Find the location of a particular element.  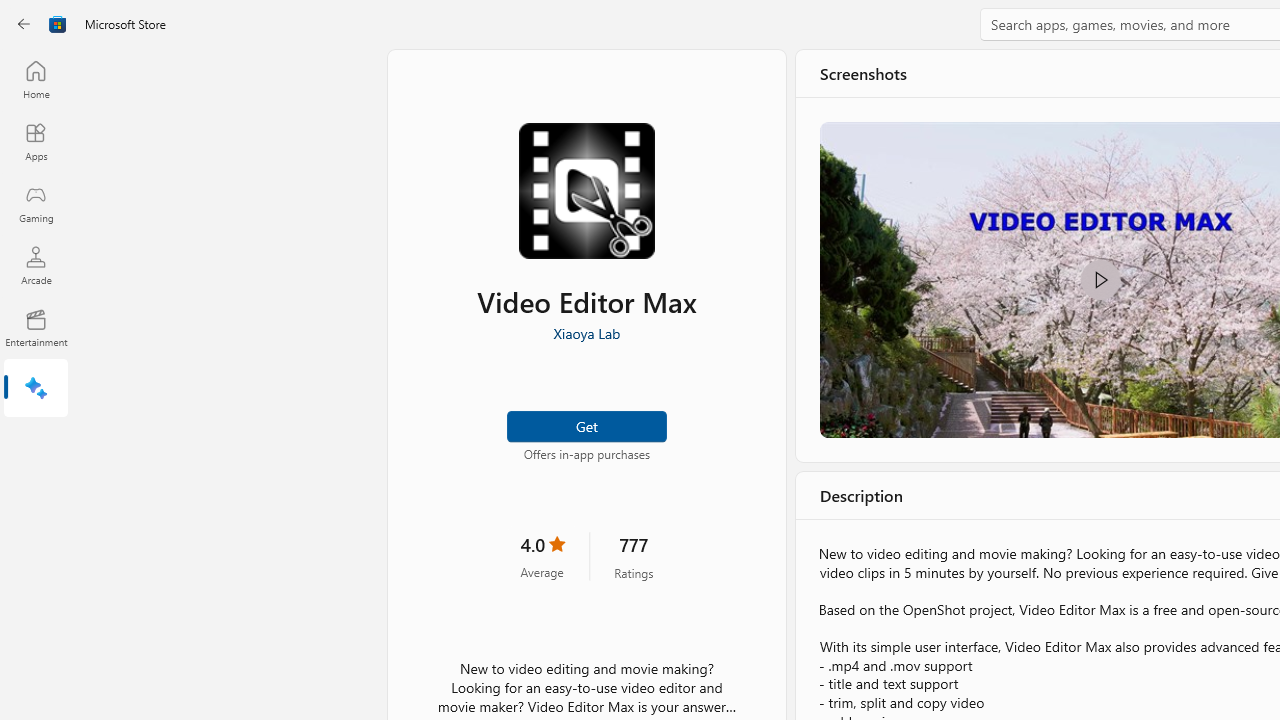

'Apps' is located at coordinates (35, 140).